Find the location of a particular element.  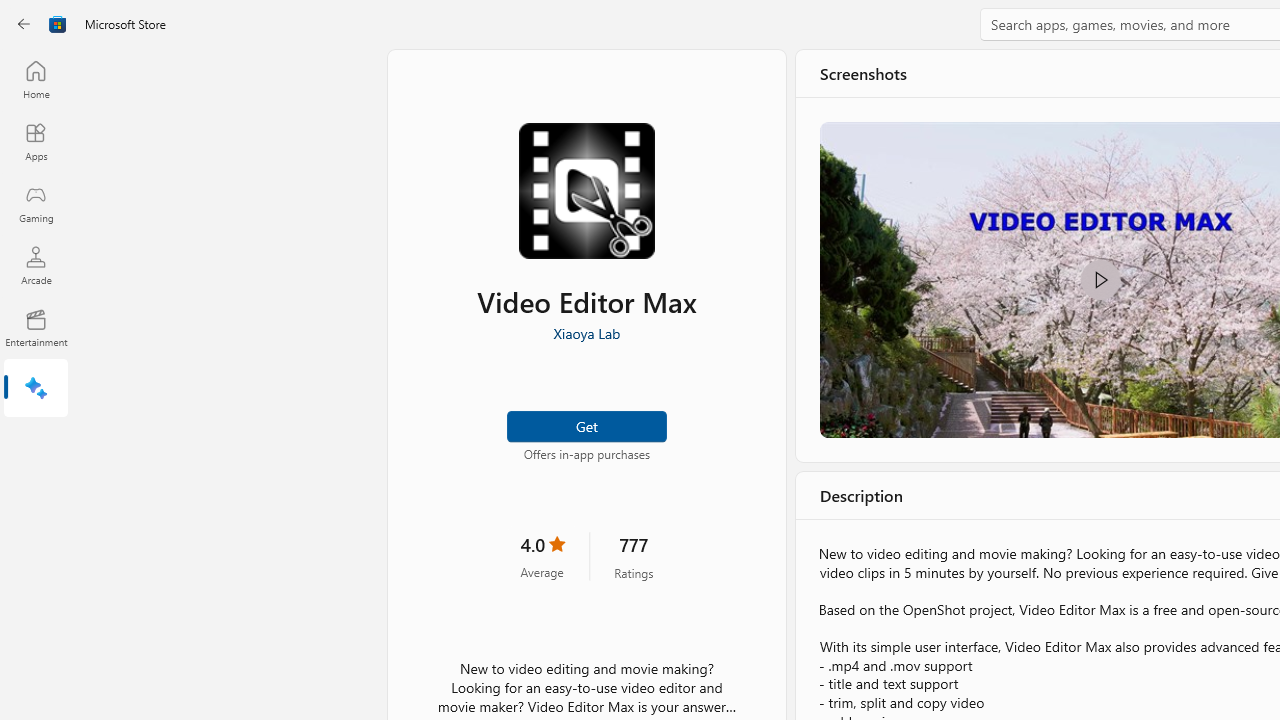

'Apps' is located at coordinates (35, 140).